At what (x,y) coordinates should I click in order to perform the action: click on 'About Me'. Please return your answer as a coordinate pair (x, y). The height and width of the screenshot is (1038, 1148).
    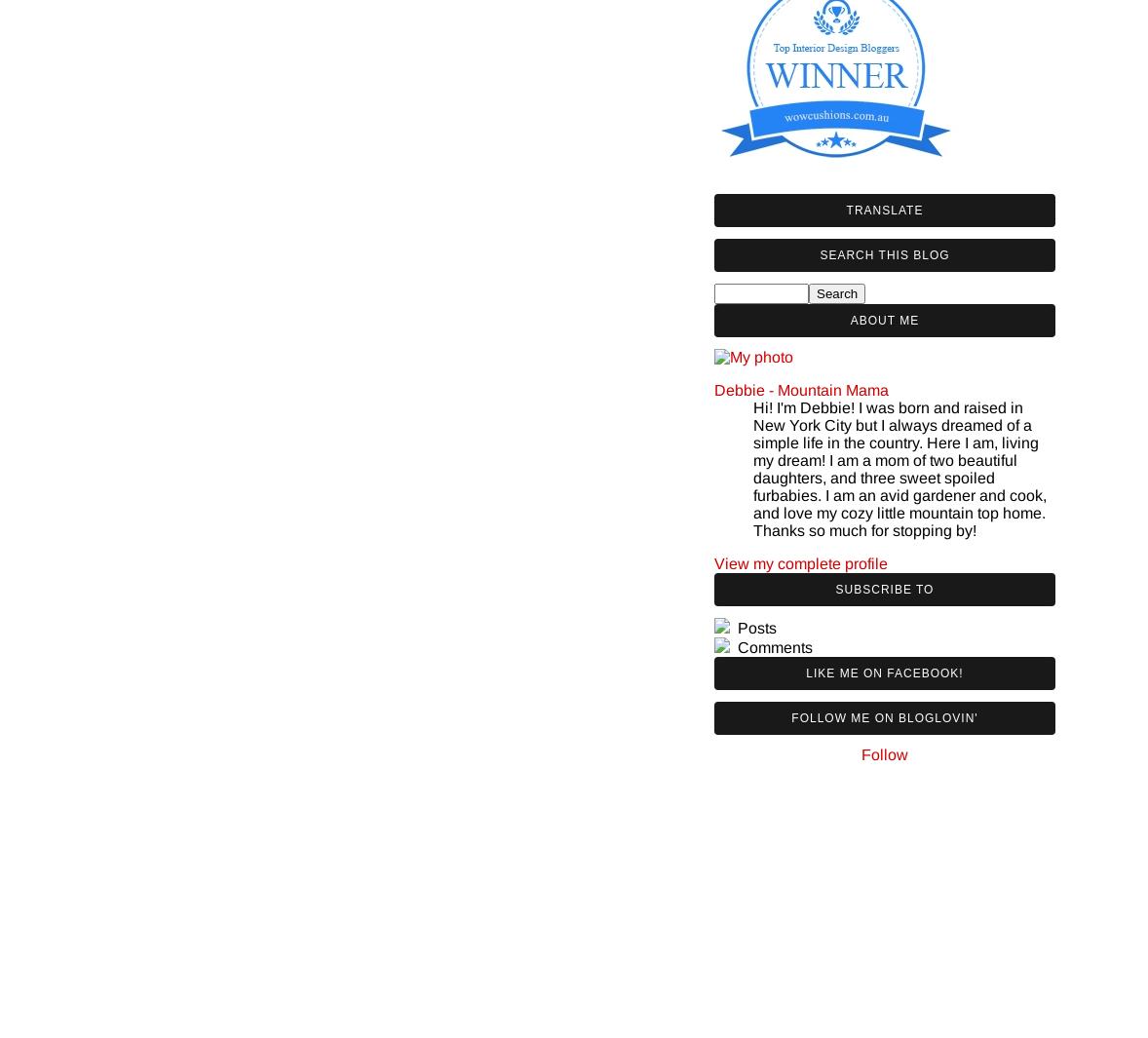
    Looking at the image, I should click on (884, 319).